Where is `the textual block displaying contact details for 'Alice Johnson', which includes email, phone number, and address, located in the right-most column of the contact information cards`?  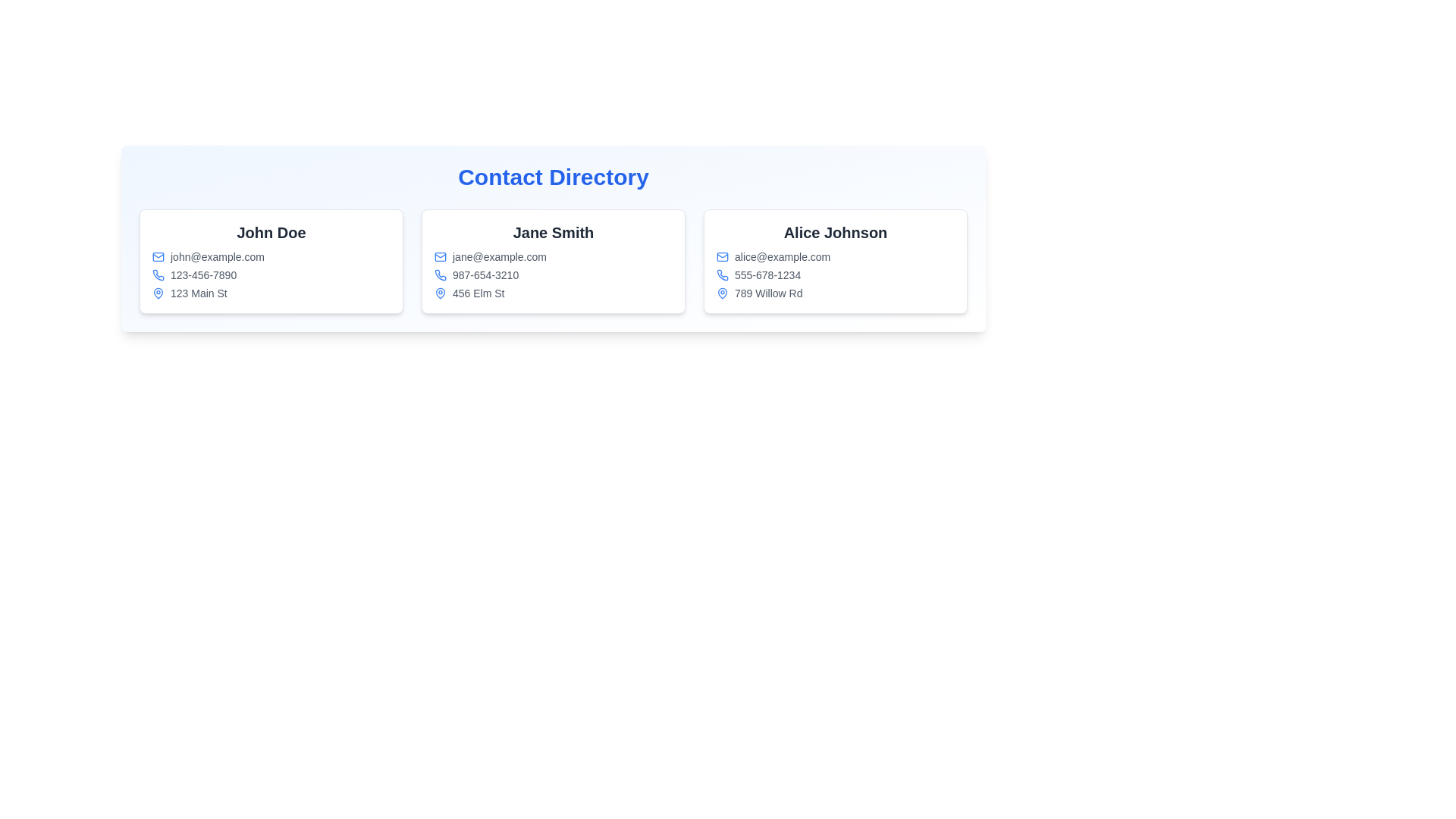 the textual block displaying contact details for 'Alice Johnson', which includes email, phone number, and address, located in the right-most column of the contact information cards is located at coordinates (835, 275).